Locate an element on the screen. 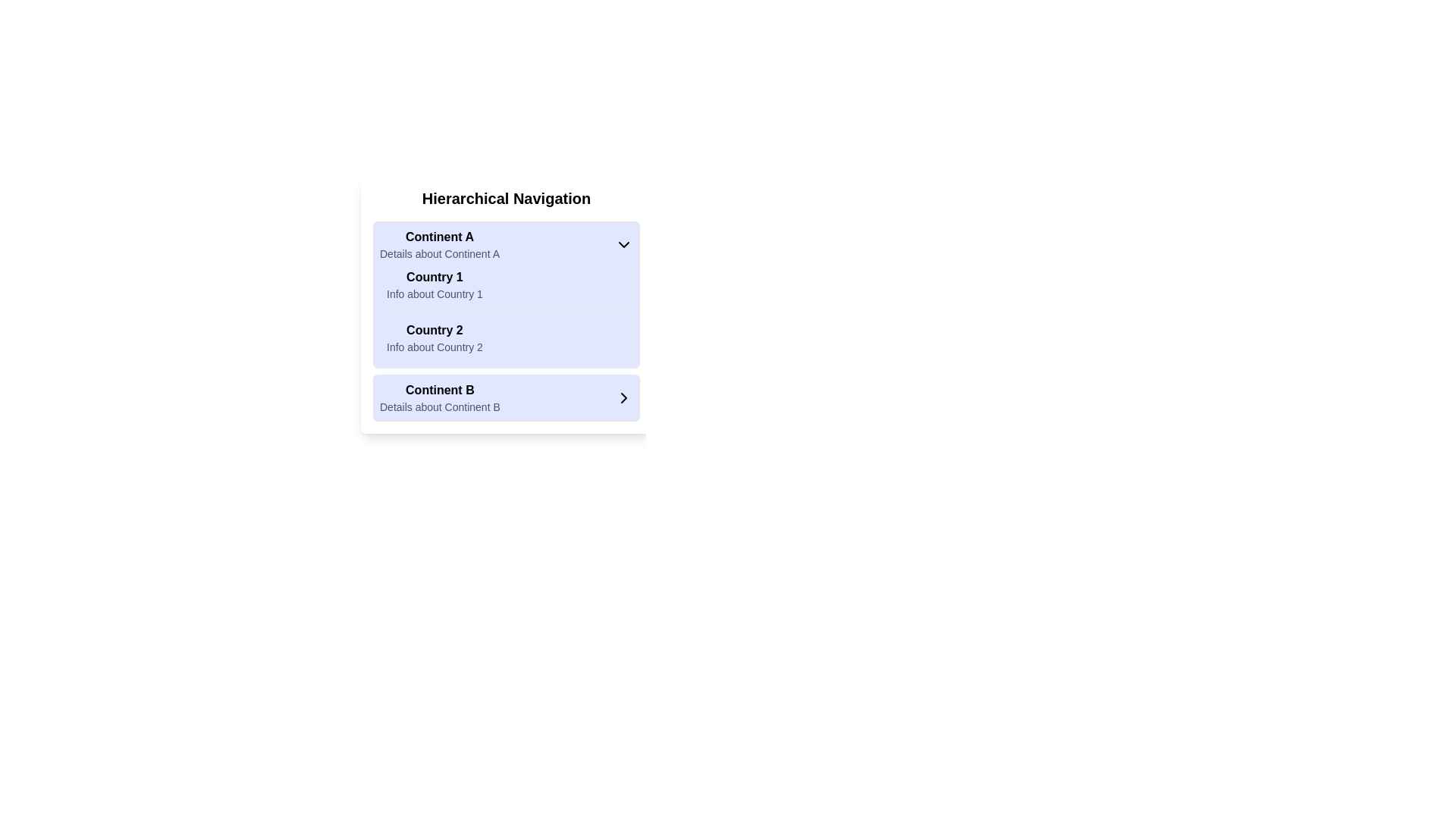 The image size is (1456, 819). the 'Country 1' text label, which is styled in bold black font on a light blue background within the hierarchical navigation panel under 'Continent A' is located at coordinates (434, 277).